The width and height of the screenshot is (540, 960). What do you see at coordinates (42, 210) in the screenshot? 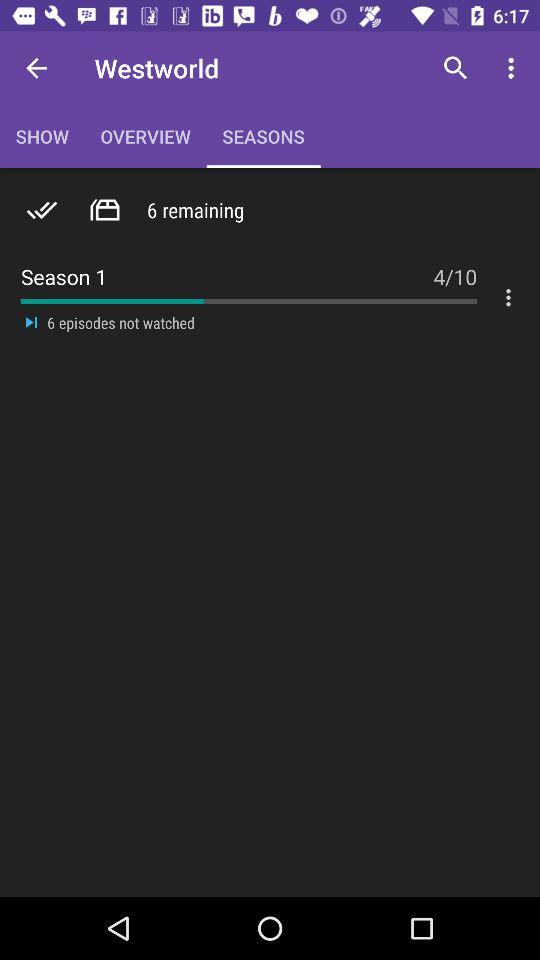
I see `the icon above the season 1 item` at bounding box center [42, 210].